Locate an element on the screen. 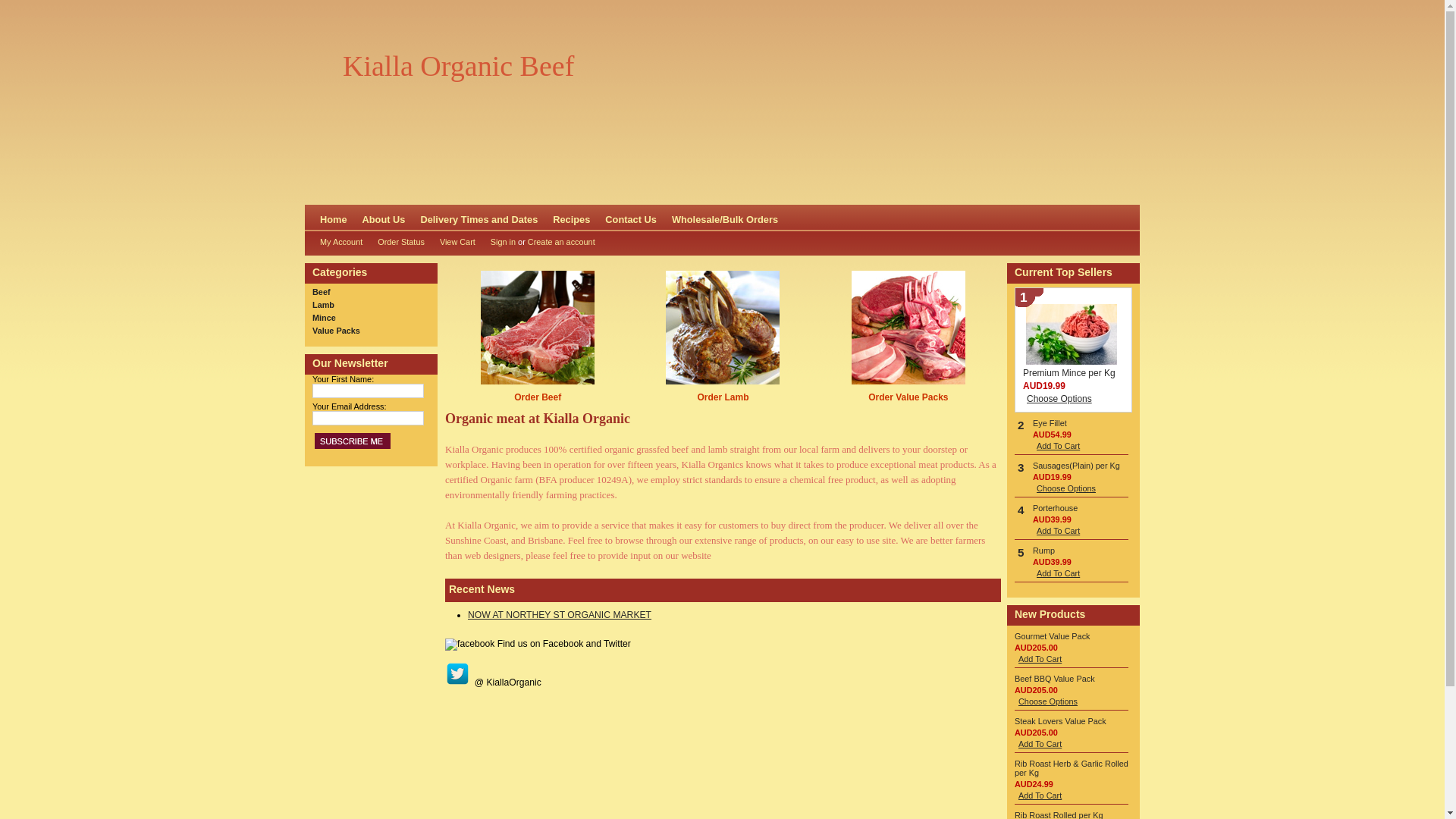 This screenshot has width=1456, height=819. 'Sign in' is located at coordinates (503, 241).